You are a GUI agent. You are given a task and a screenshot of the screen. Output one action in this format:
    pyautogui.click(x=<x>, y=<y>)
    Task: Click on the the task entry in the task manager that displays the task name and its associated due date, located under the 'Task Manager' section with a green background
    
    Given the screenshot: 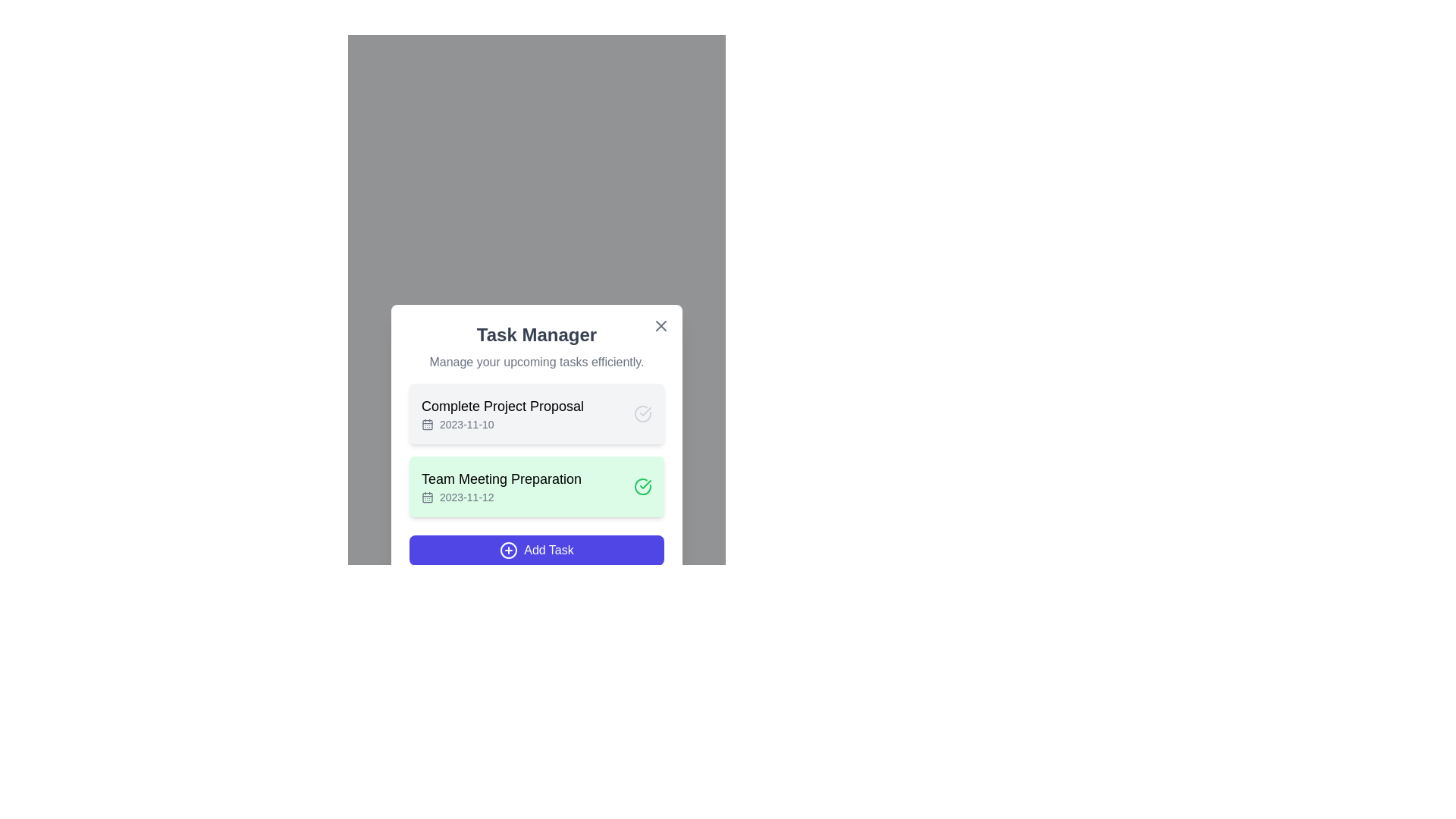 What is the action you would take?
    pyautogui.click(x=501, y=486)
    